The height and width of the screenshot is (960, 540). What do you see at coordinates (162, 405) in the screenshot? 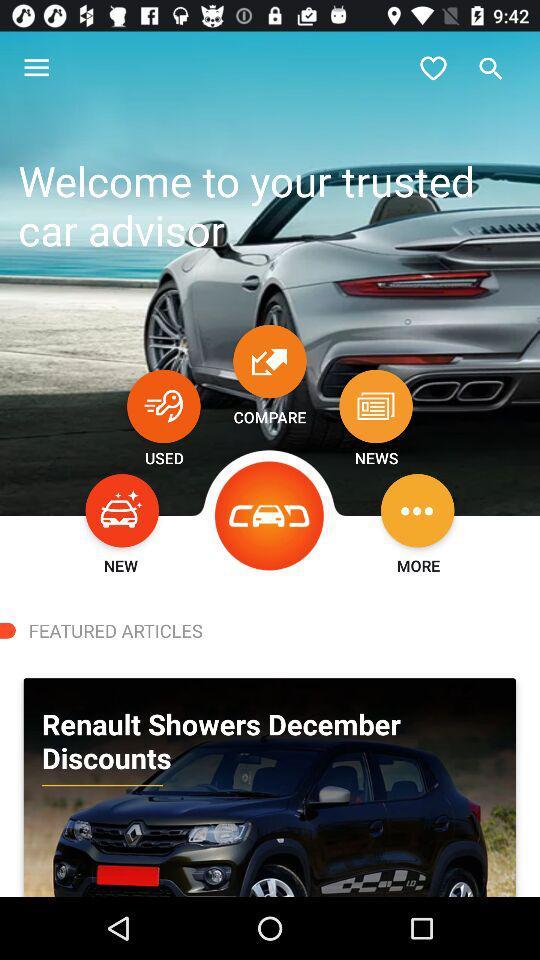
I see `icon below welcome to your item` at bounding box center [162, 405].